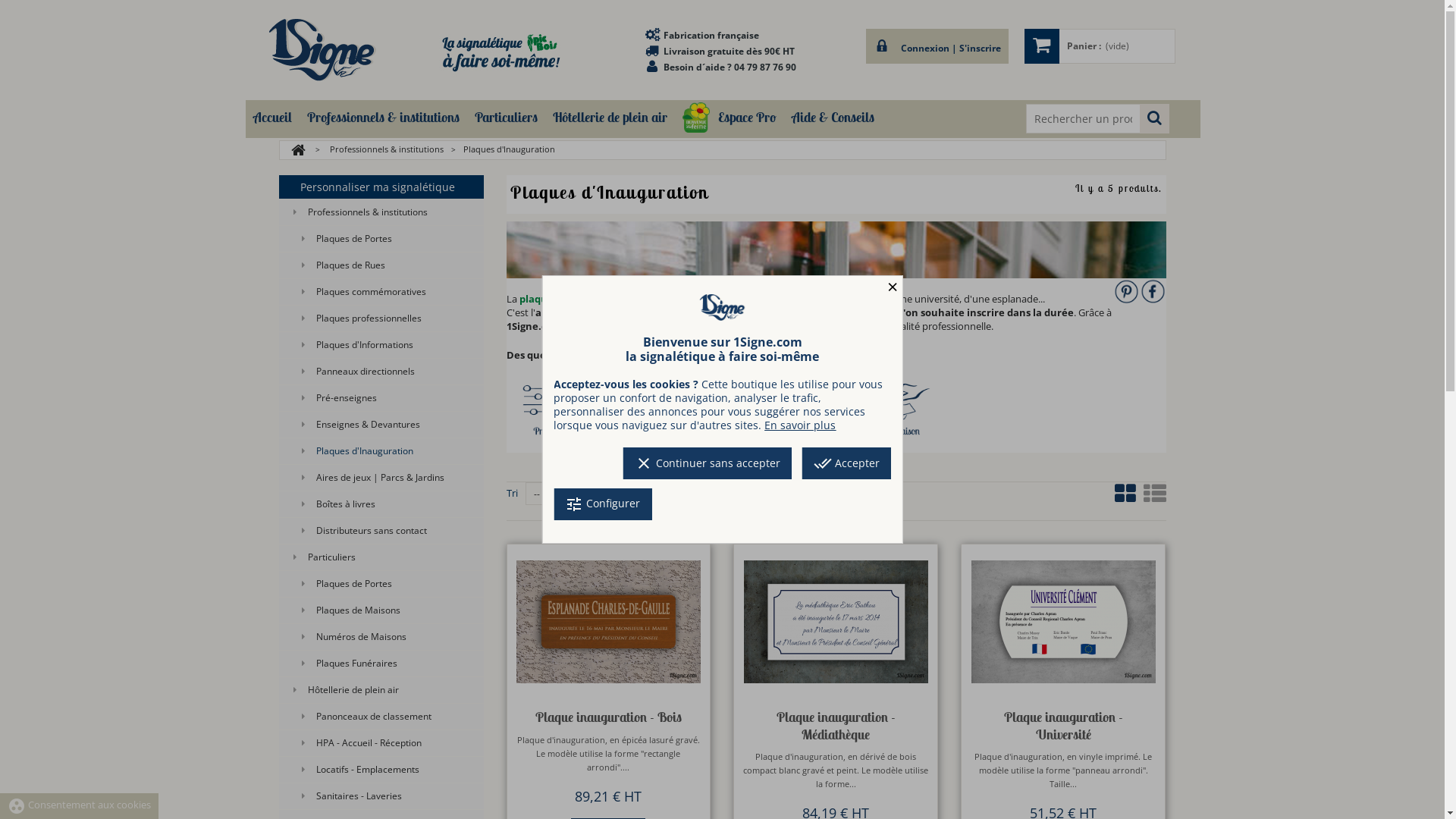 The width and height of the screenshot is (1456, 819). I want to click on 'Locatifs - Emplacements', so click(279, 769).